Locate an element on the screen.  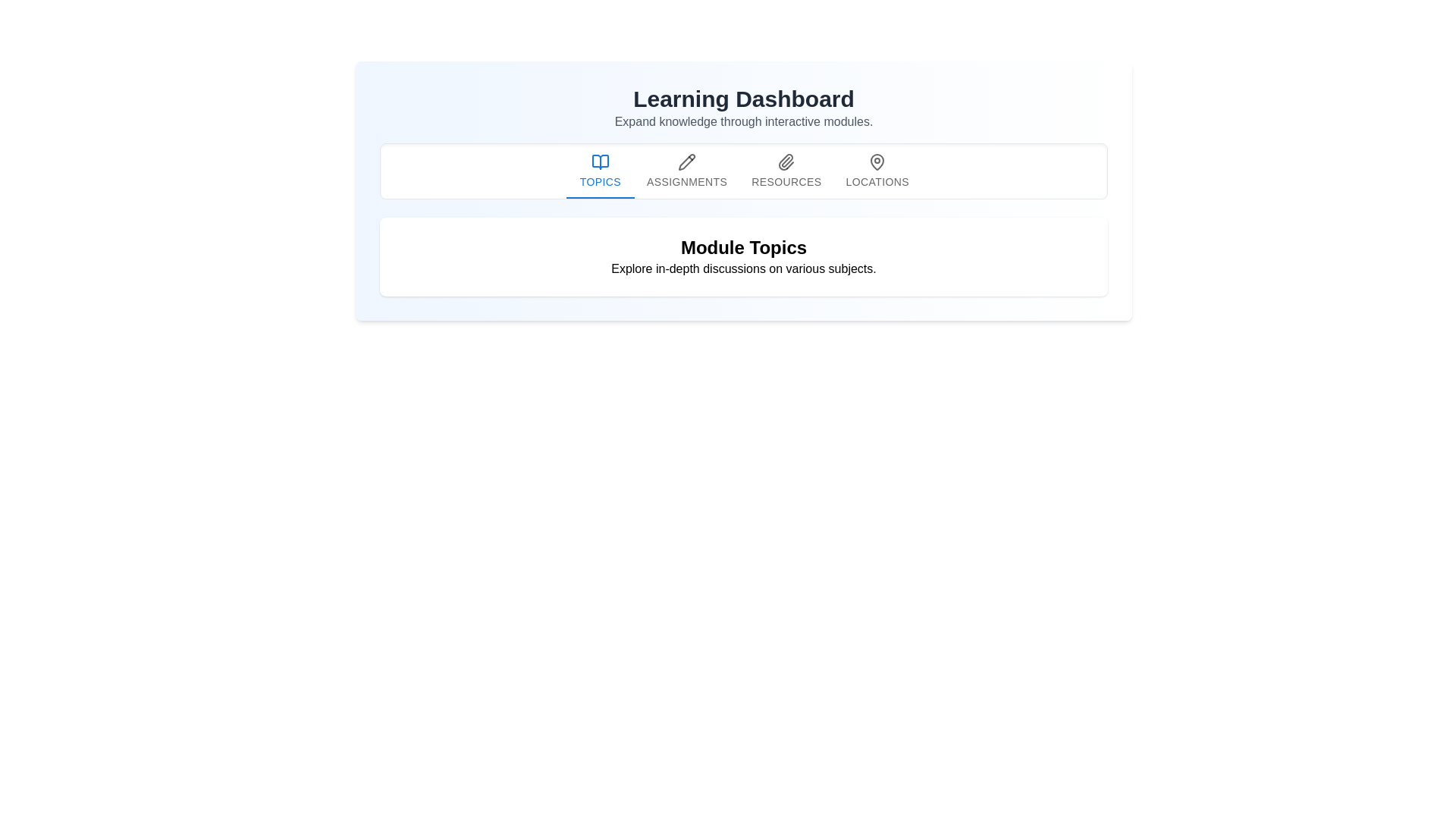
the currently selected tab indicator for 'Topics' located beneath the 'Topics' tab button in the navigation bar of the Learning Dashboard is located at coordinates (600, 197).